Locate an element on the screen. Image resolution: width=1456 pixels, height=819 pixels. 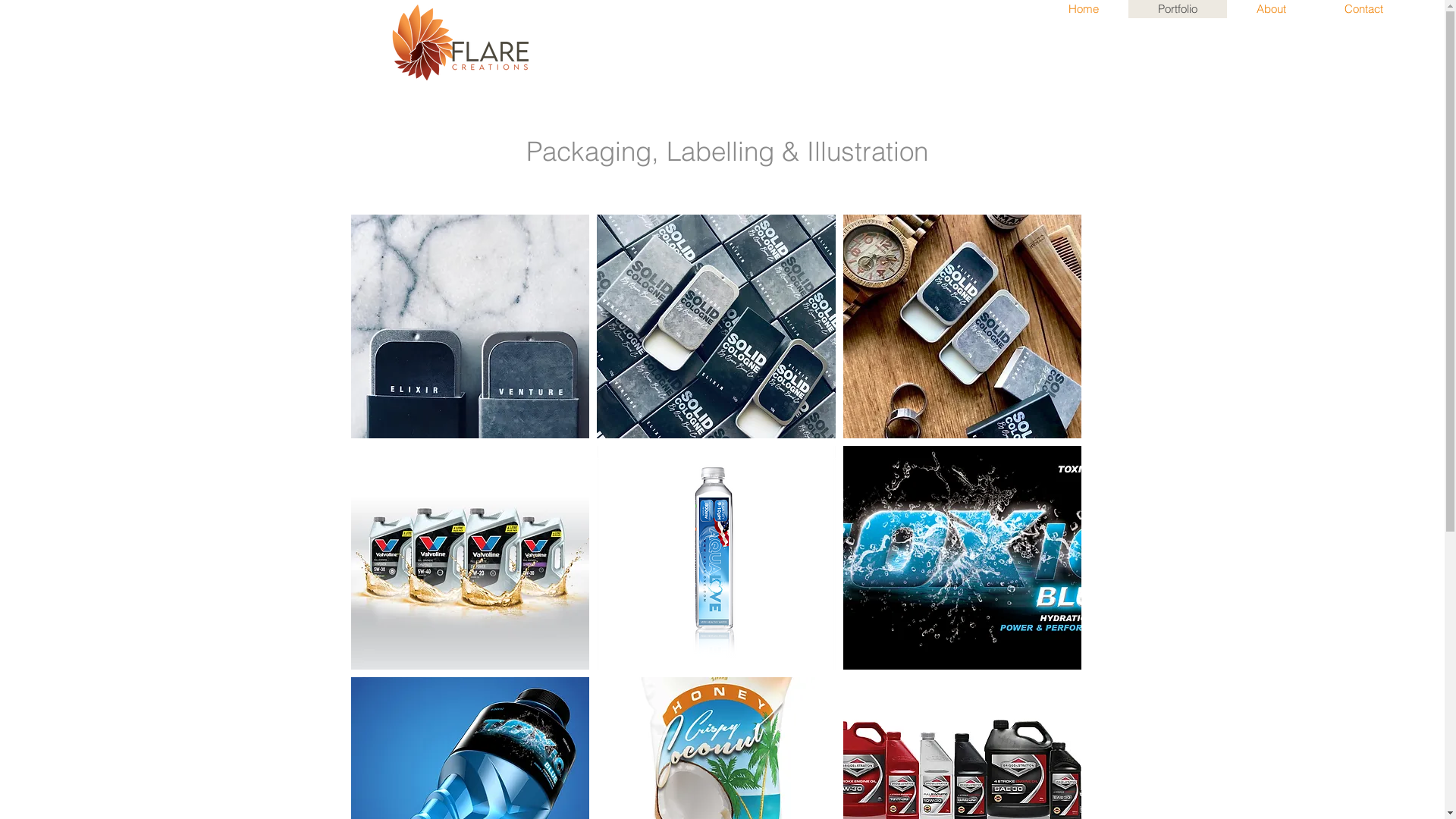
'Home' is located at coordinates (1082, 8).